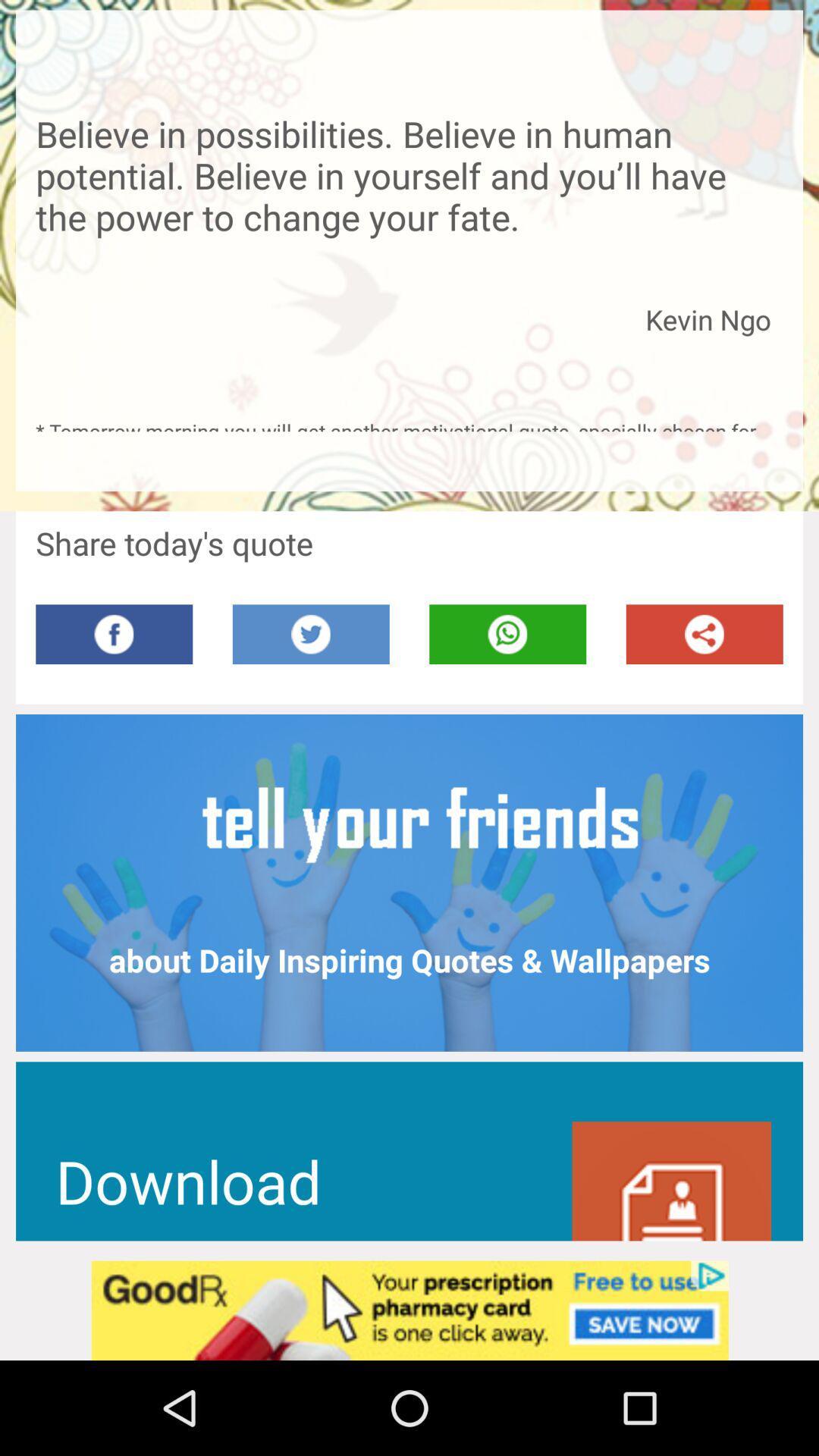 This screenshot has height=1456, width=819. I want to click on advertisement page, so click(409, 1310).